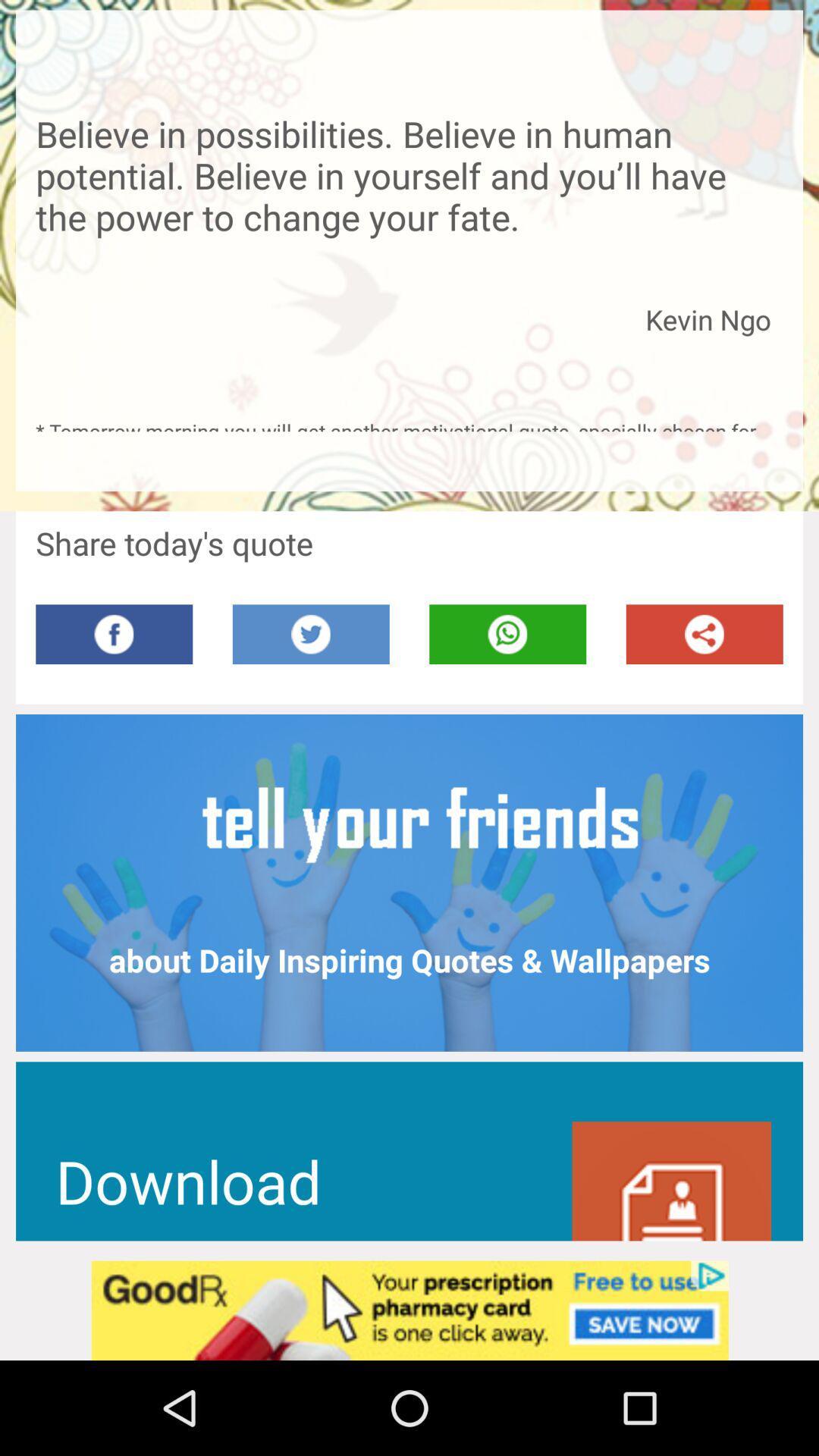 This screenshot has height=1456, width=819. I want to click on advertisement page, so click(409, 1310).